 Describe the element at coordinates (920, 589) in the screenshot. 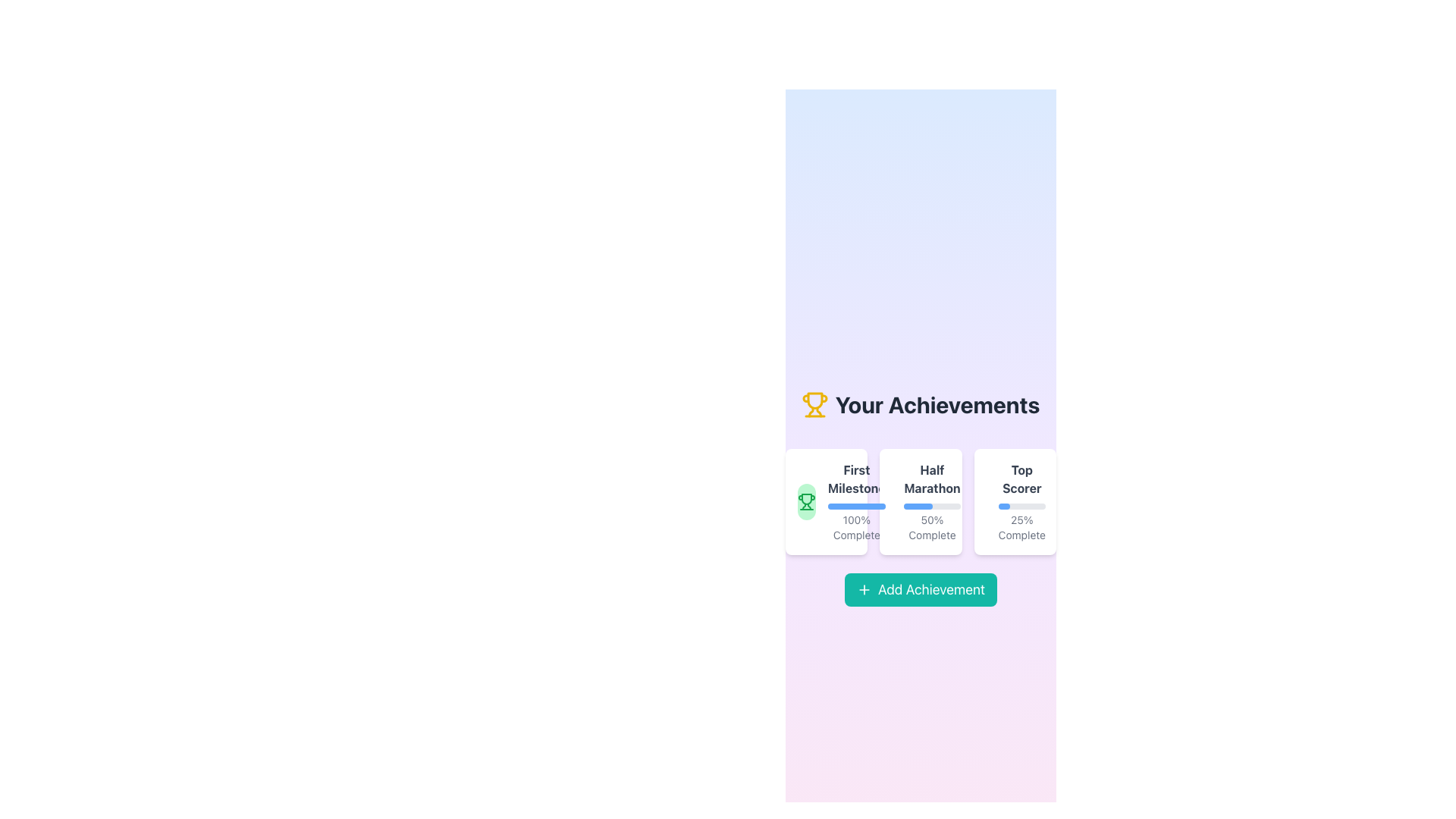

I see `the 'Add Achievement' button, which has a teal green background with a plus icon and white text, located at the bottom of the 'Your Achievements' card section` at that location.